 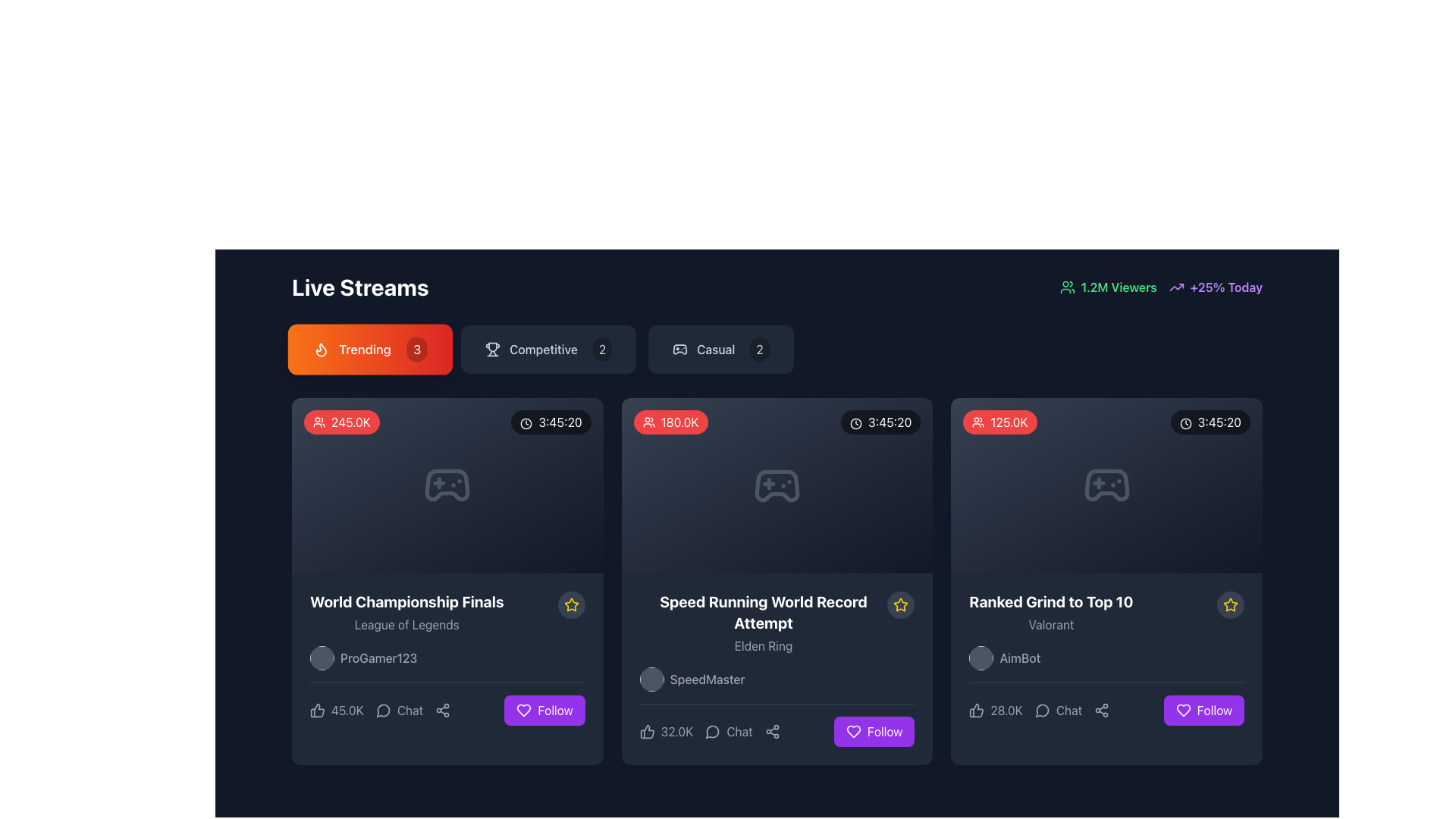 What do you see at coordinates (316, 710) in the screenshot?
I see `the thumbs-up icon button located in the bottom left corner of the 'World Championship Finals' card` at bounding box center [316, 710].